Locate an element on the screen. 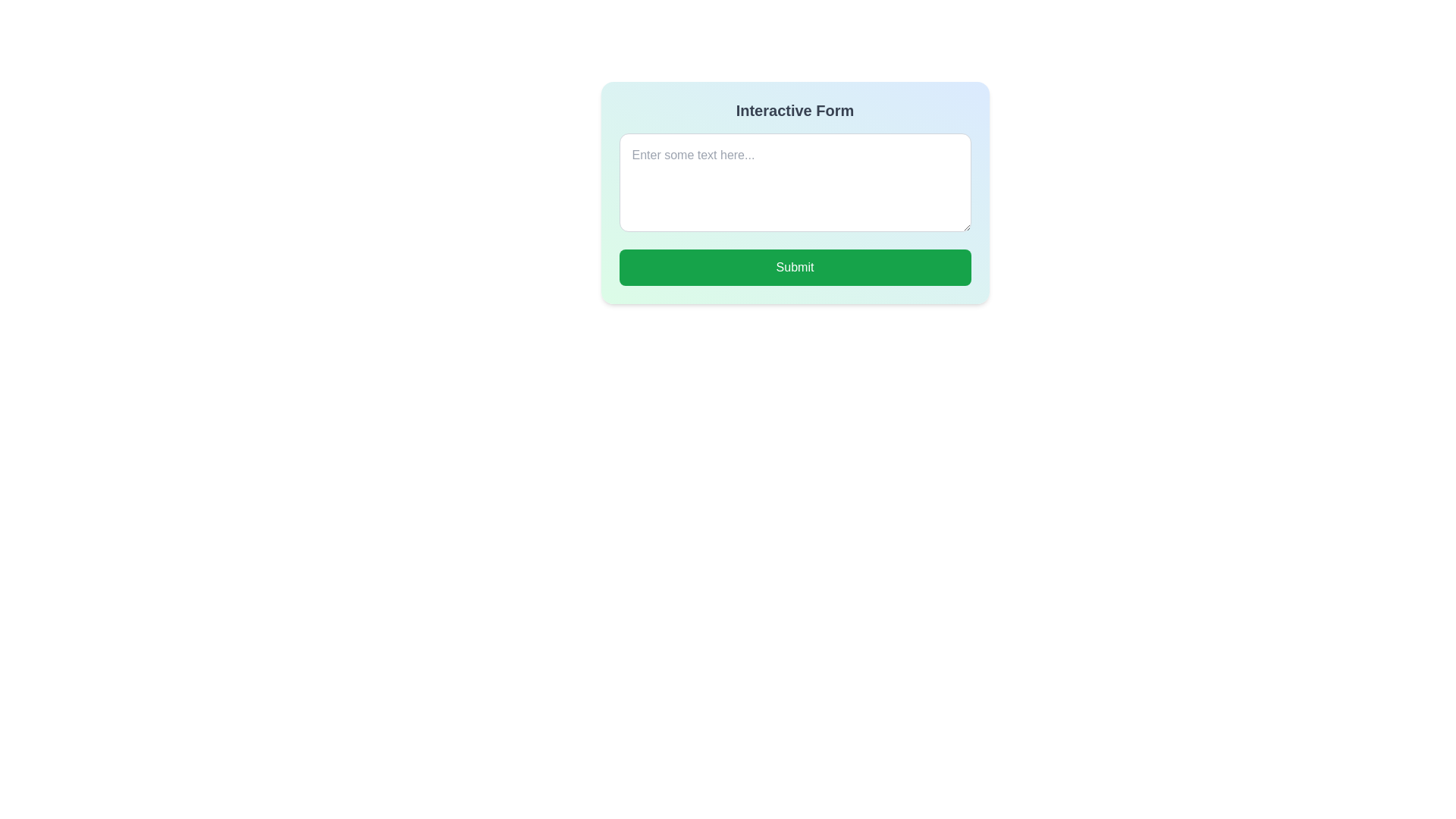  bold text 'Interactive Form' located at the upper-center of the card-like section with a gradient background is located at coordinates (794, 110).